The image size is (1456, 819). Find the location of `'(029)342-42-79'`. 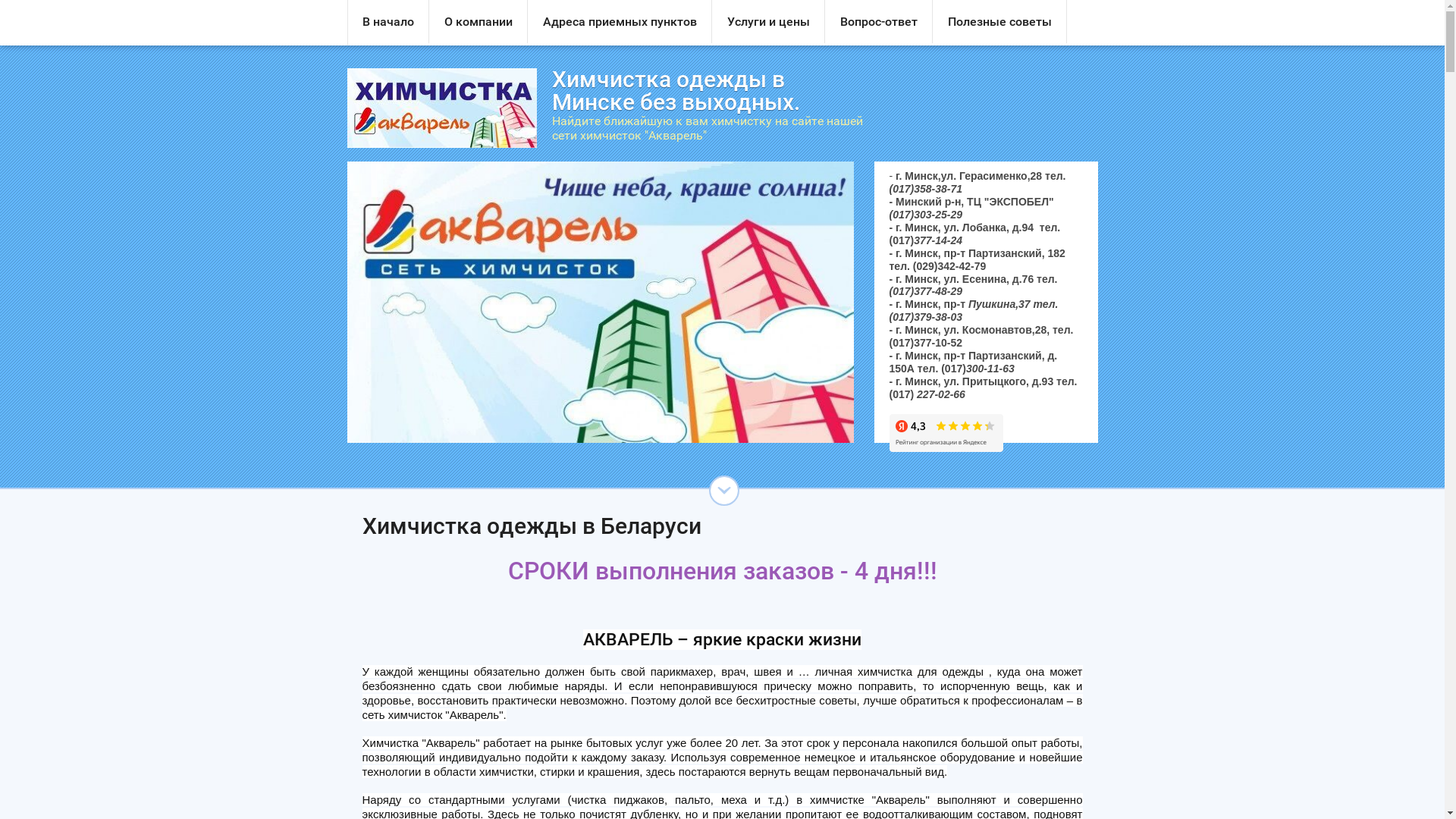

'(029)342-42-79' is located at coordinates (949, 265).